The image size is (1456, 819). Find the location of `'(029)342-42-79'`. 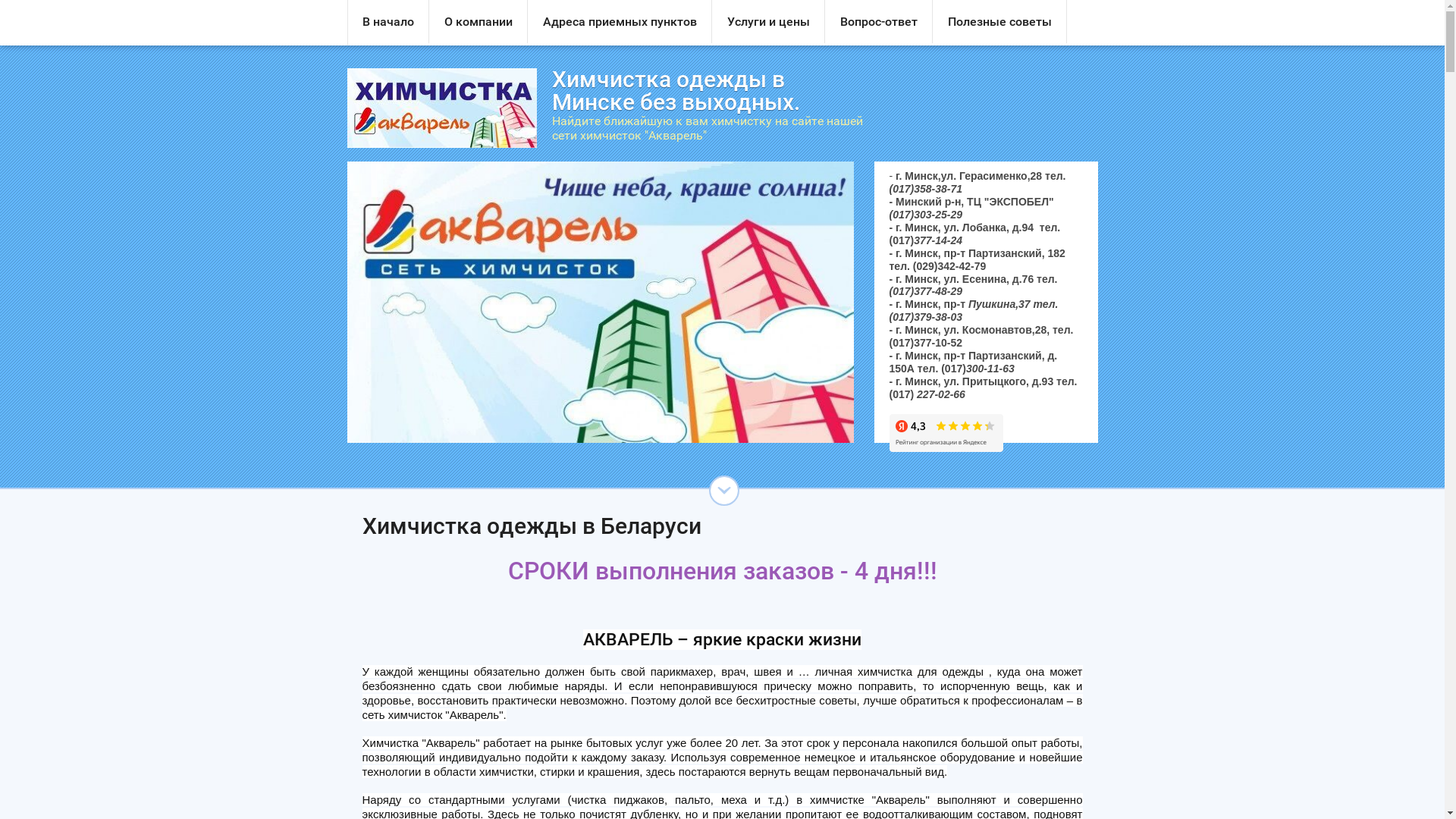

'(029)342-42-79' is located at coordinates (949, 265).